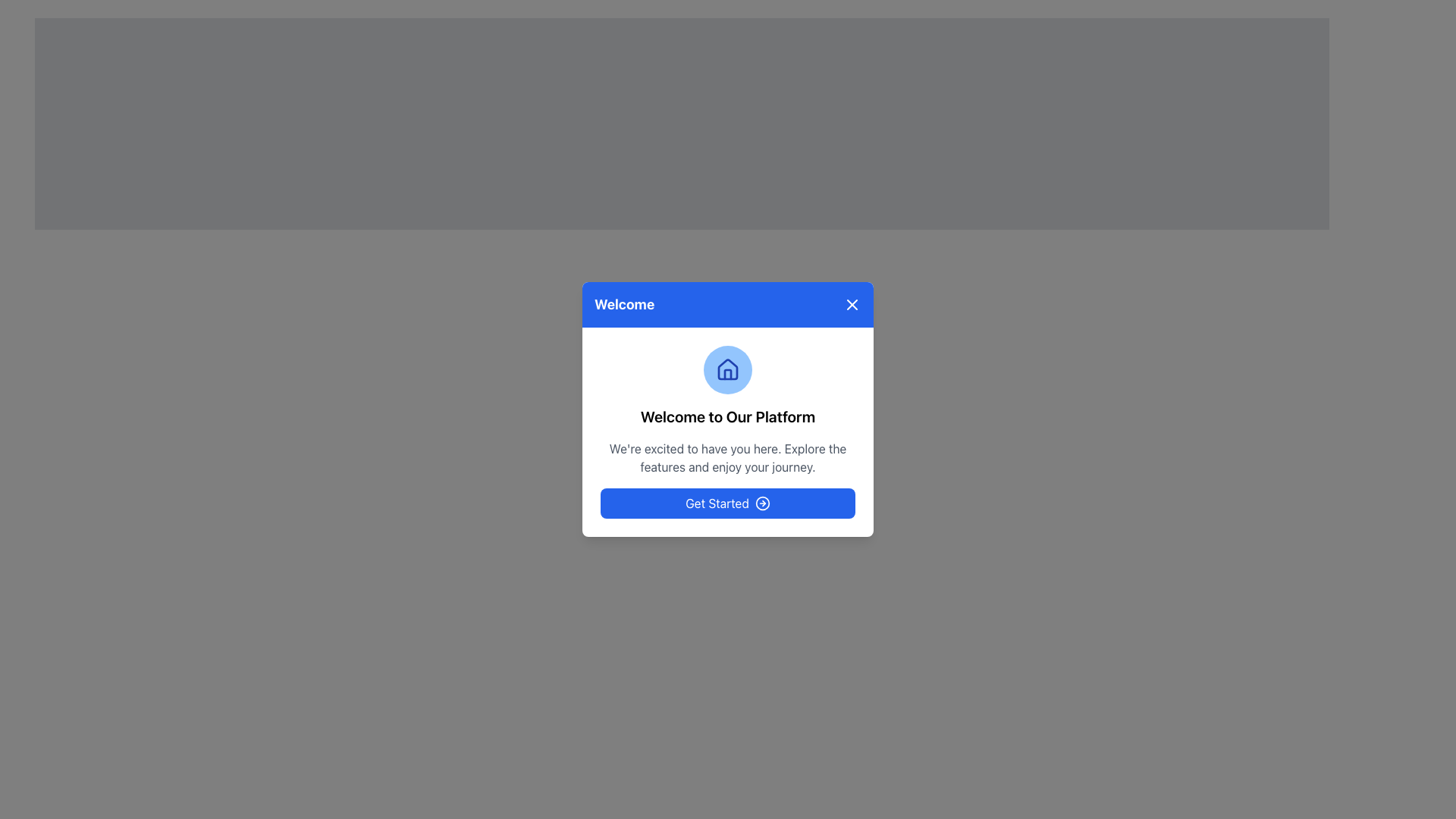  What do you see at coordinates (728, 370) in the screenshot?
I see `the home graphical icon located at the top-center of the card interface, which is positioned directly above the 'Welcome to Our Platform' text and the 'Get Started' button` at bounding box center [728, 370].